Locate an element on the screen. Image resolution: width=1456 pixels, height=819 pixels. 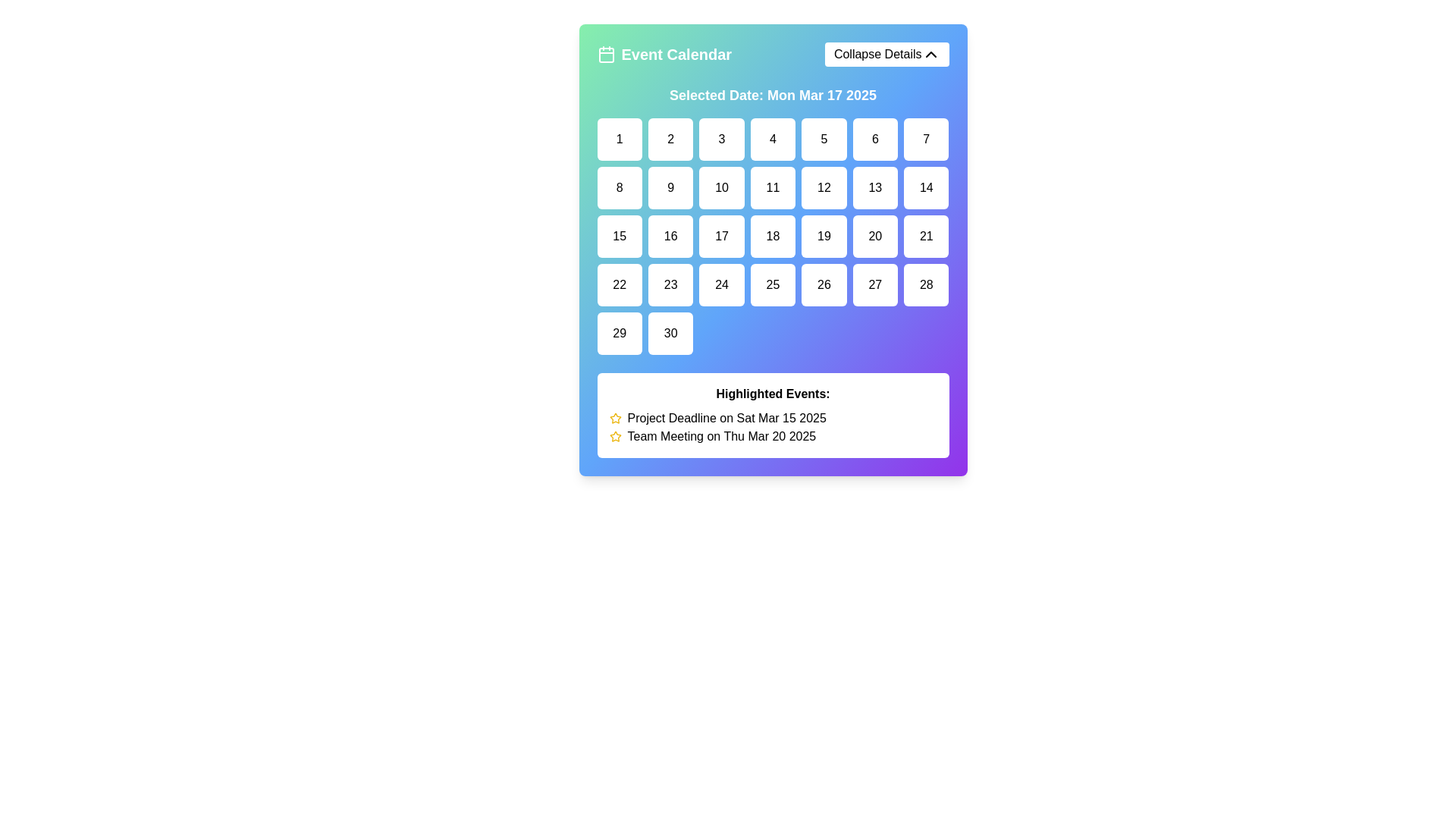
the state of the star icon that signifies the importance of the associated event 'Team Meeting on Thu Mar 20 2025' is located at coordinates (615, 436).